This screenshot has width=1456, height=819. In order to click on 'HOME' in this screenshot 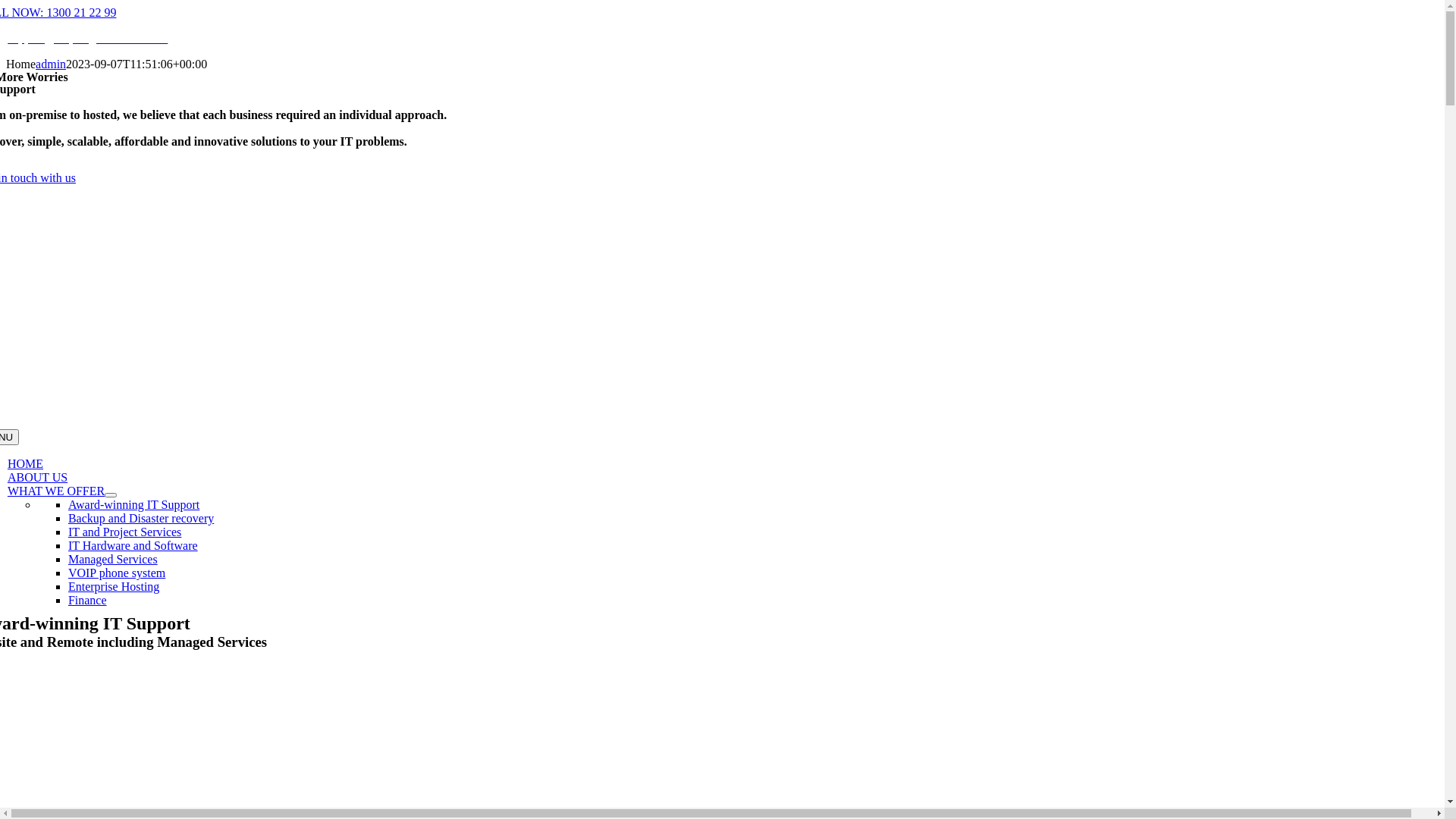, I will do `click(25, 463)`.